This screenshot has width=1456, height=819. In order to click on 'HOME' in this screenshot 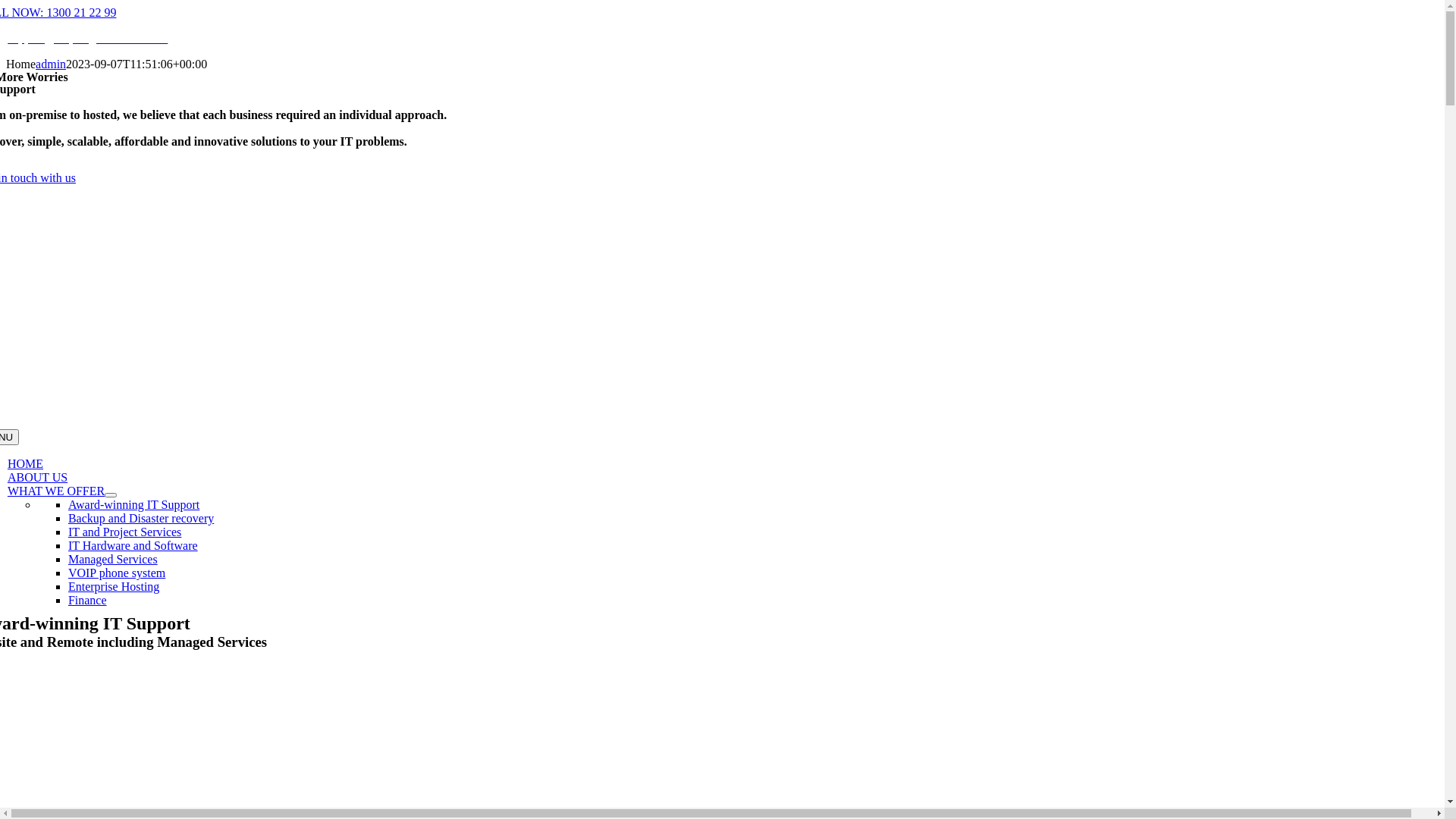, I will do `click(25, 463)`.